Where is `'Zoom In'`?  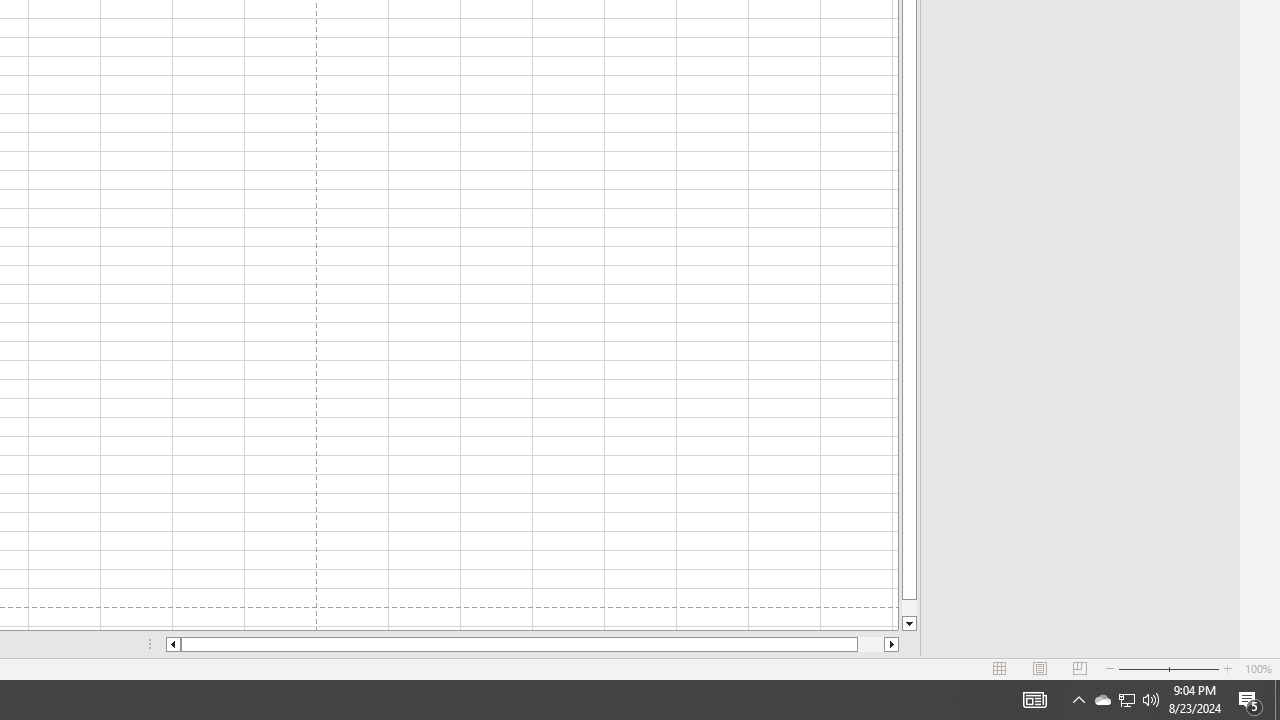 'Zoom In' is located at coordinates (1226, 669).